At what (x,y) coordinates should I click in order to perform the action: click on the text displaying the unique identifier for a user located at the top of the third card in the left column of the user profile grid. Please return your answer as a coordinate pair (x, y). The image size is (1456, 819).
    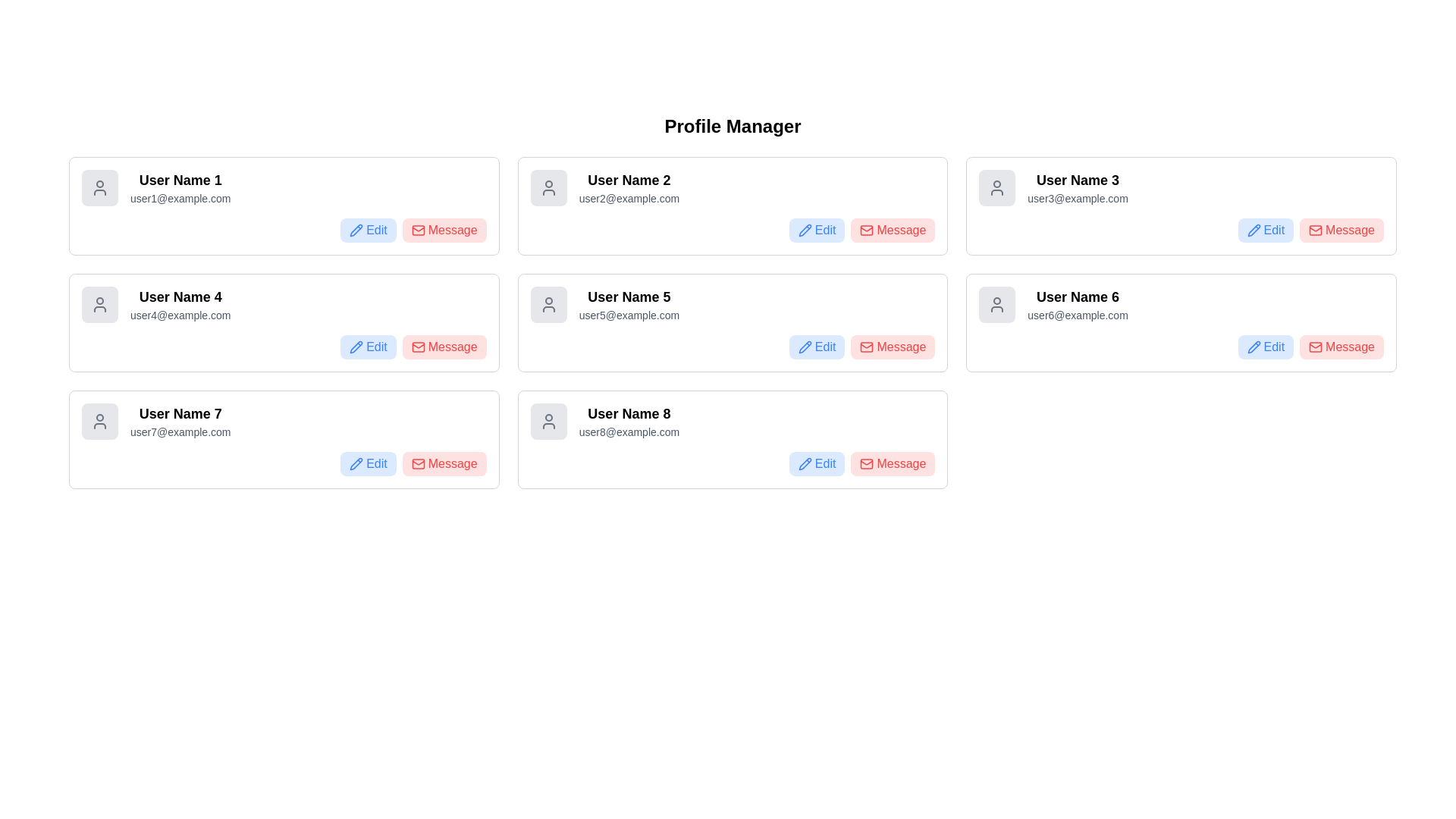
    Looking at the image, I should click on (180, 414).